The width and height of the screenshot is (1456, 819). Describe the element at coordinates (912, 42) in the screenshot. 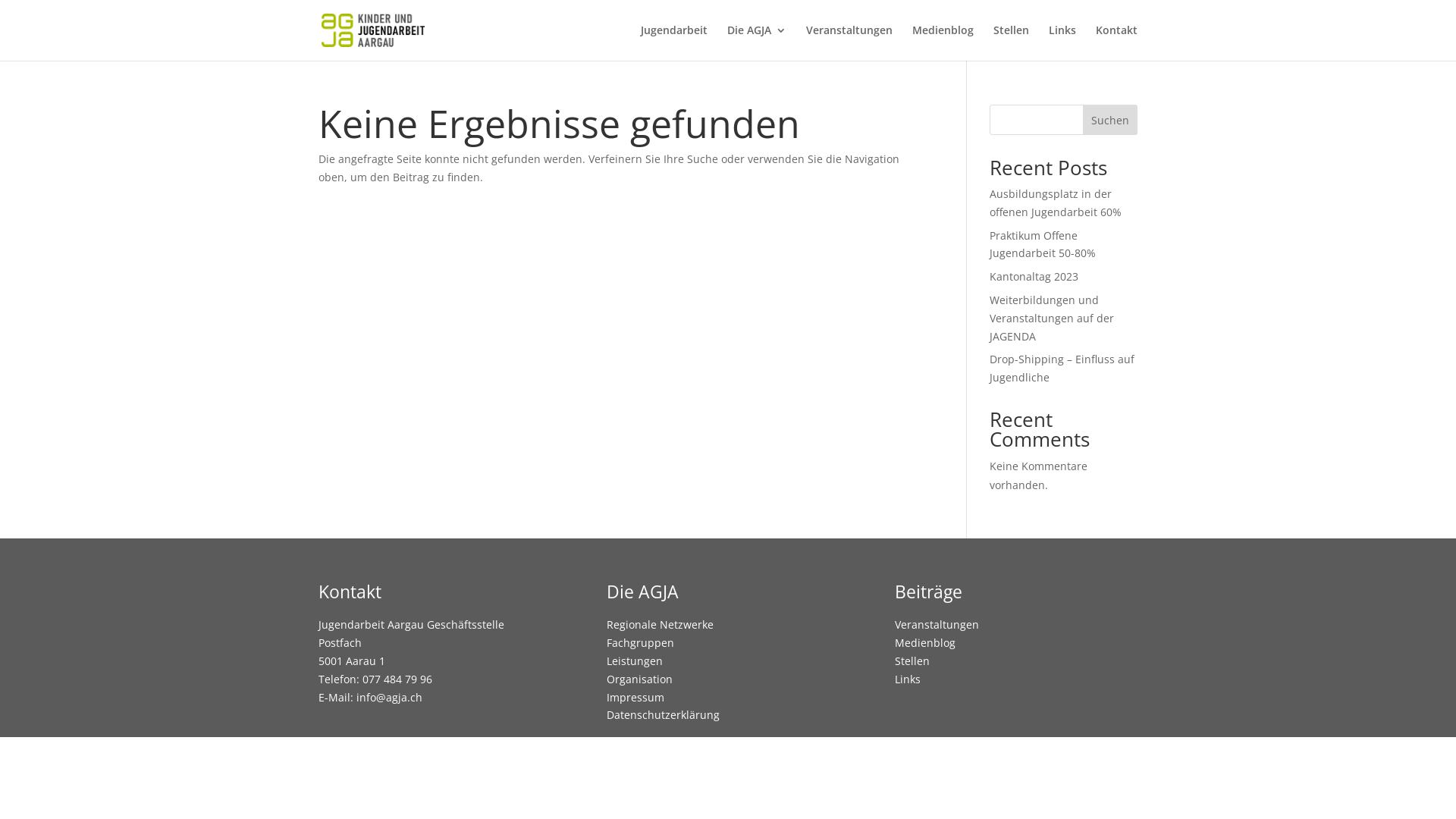

I see `'Medienblog'` at that location.